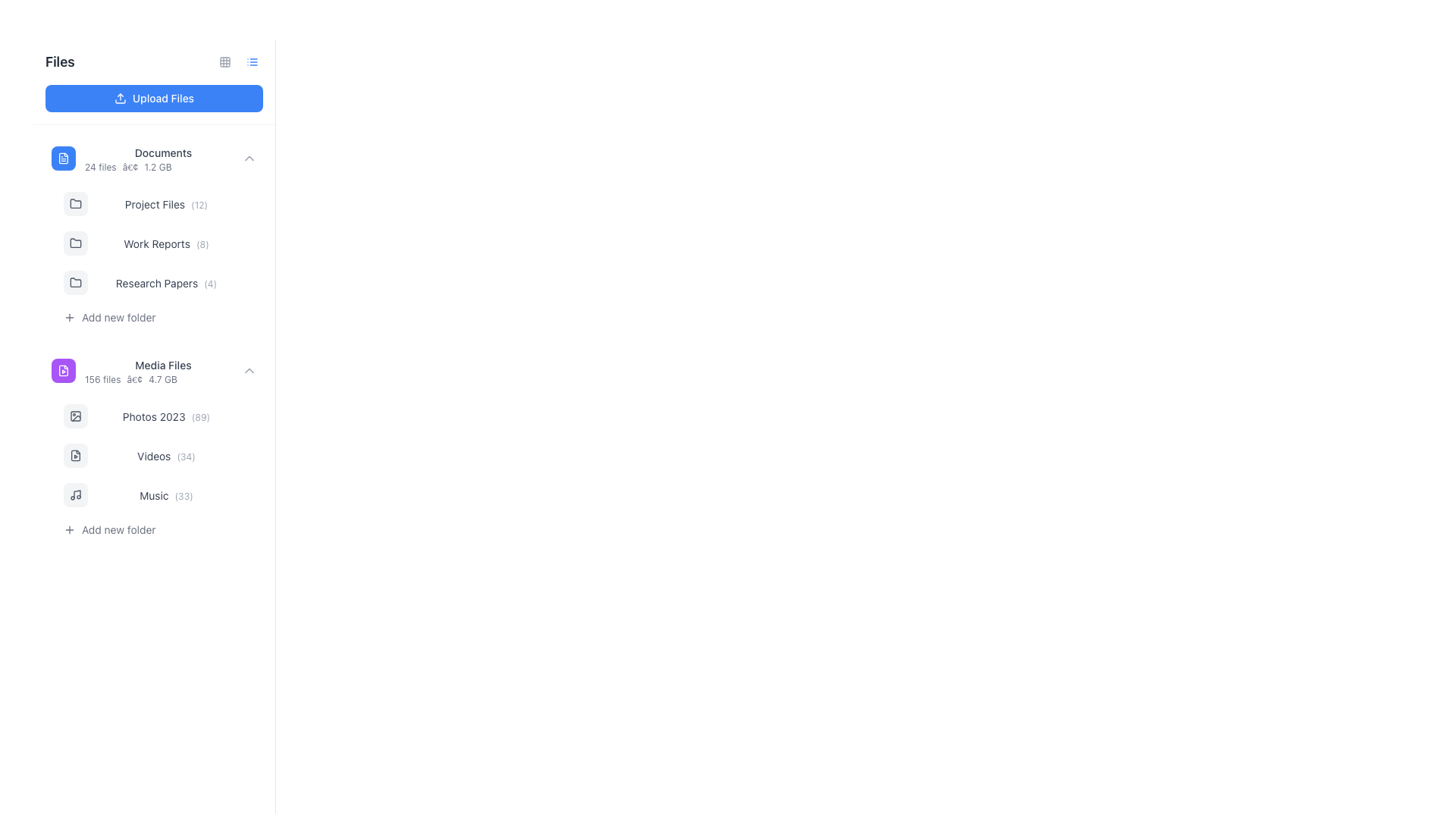 Image resolution: width=1456 pixels, height=819 pixels. I want to click on the Navigation link located in the second slot under the 'Documents' header in the left-hand vertical navigation menu, so click(166, 203).